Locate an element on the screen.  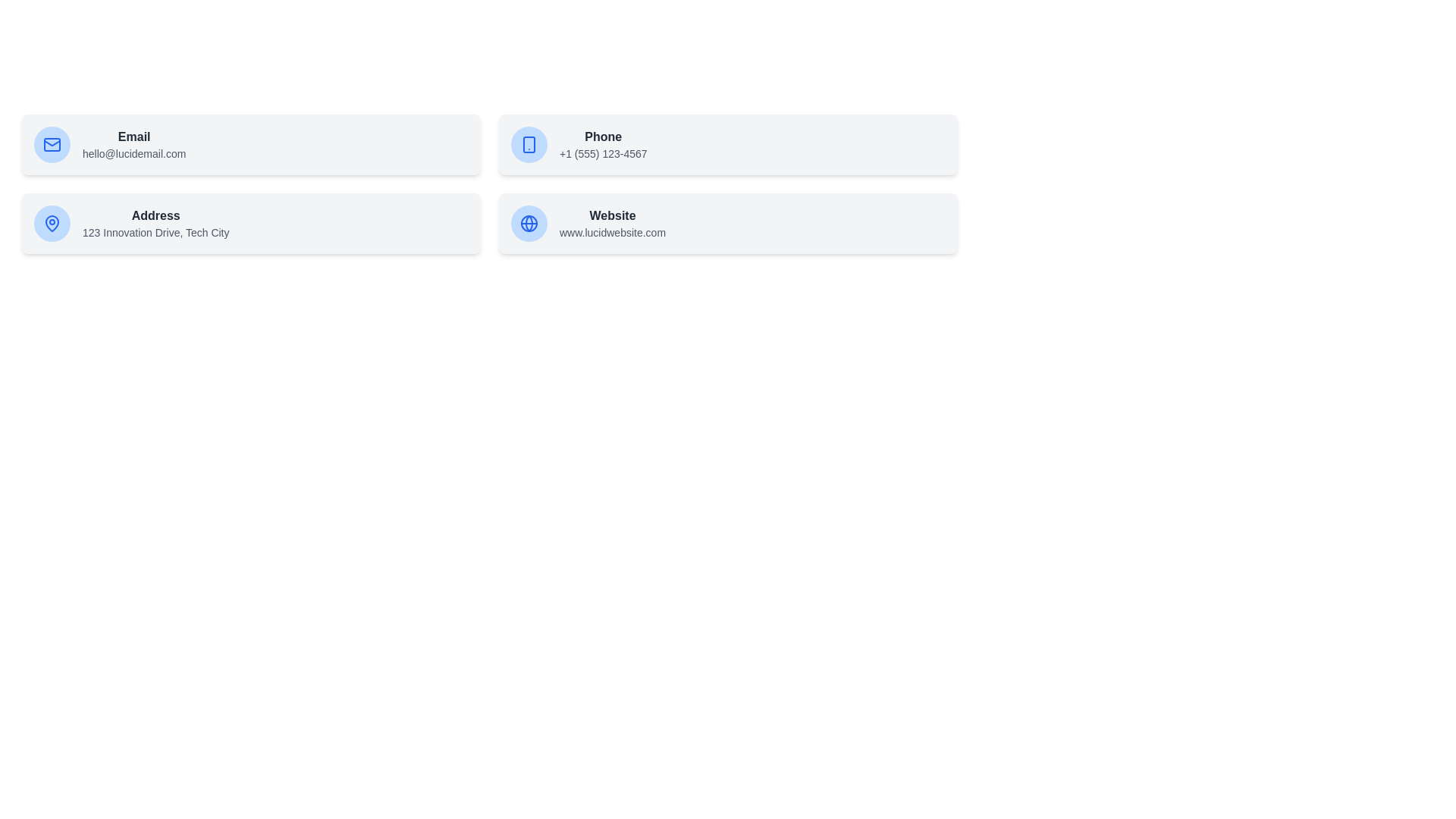
the bold text label 'Phone' displayed in dark gray, located in the top-right gray box of the grid layout, positioned above the phone number '+1 (555) 123-4567' is located at coordinates (602, 137).